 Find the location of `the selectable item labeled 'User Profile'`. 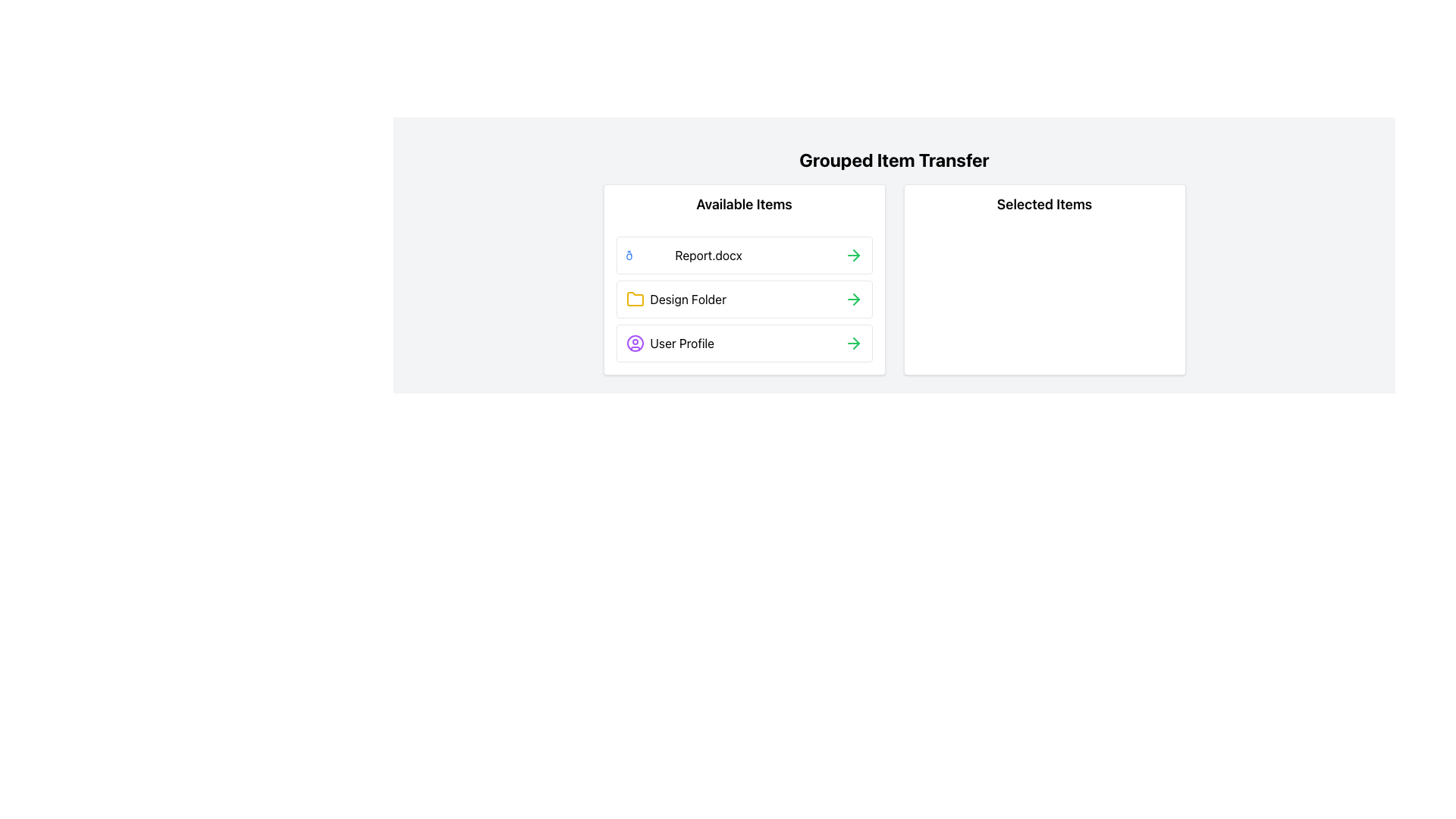

the selectable item labeled 'User Profile' is located at coordinates (669, 343).